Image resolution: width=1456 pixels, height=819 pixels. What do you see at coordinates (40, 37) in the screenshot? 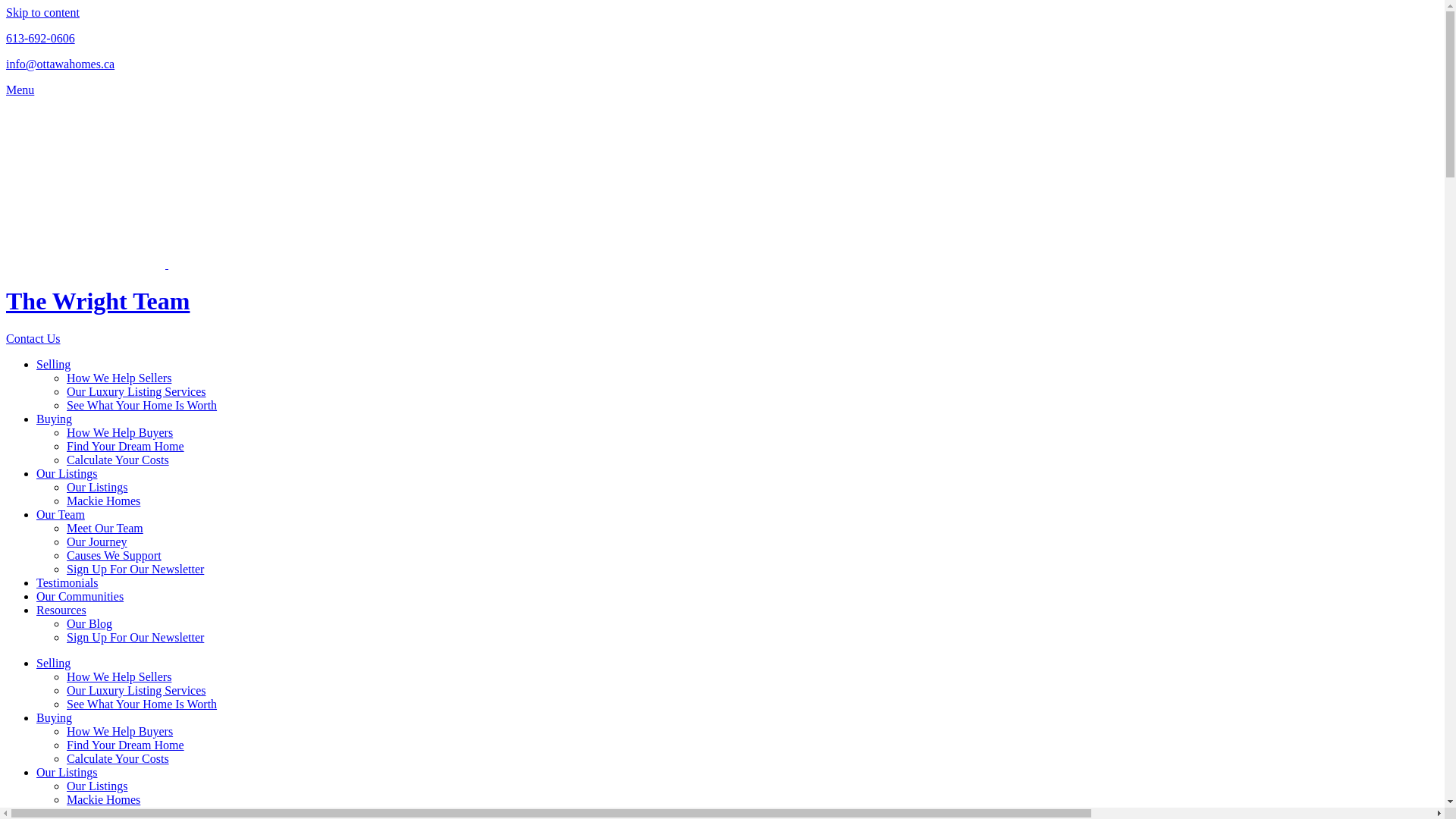
I see `'613-692-0606'` at bounding box center [40, 37].